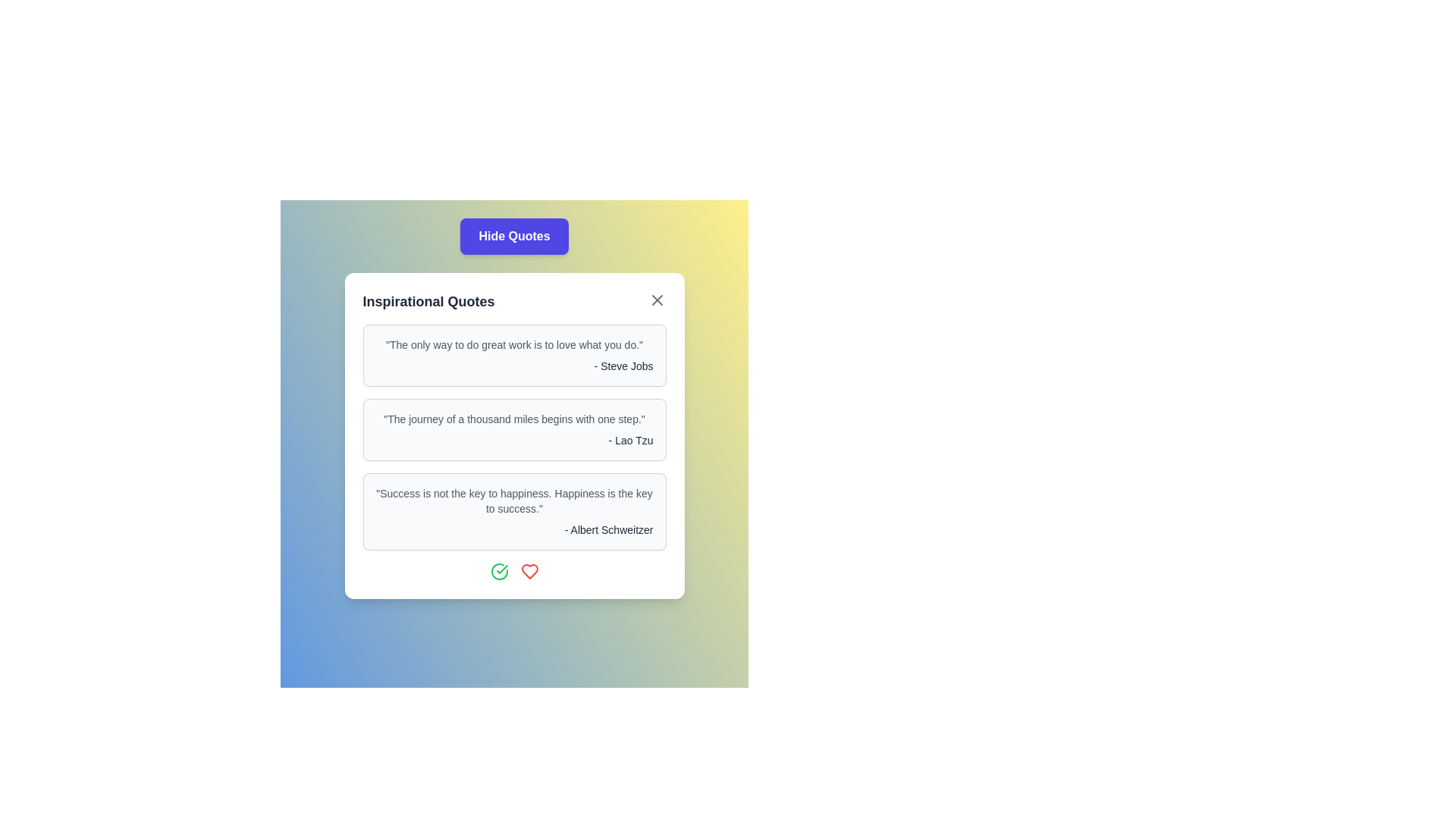 This screenshot has height=819, width=1456. Describe the element at coordinates (514, 435) in the screenshot. I see `the middle quote card displaying an inspirational quote and author's name in the modal dialog titled 'Inspirational Quotes'` at that location.